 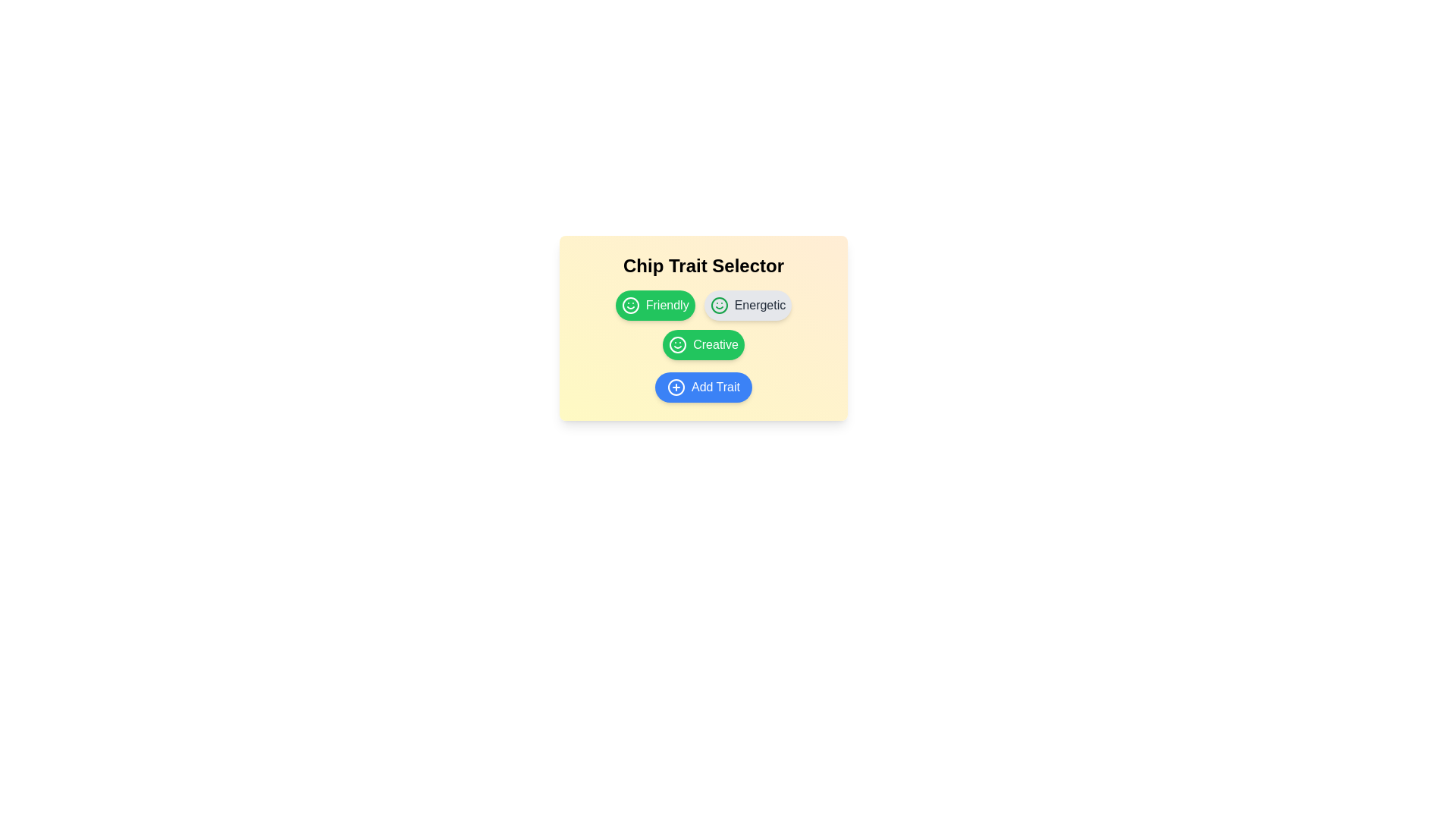 What do you see at coordinates (702, 345) in the screenshot?
I see `the chip labeled Creative to observe its hover effect` at bounding box center [702, 345].